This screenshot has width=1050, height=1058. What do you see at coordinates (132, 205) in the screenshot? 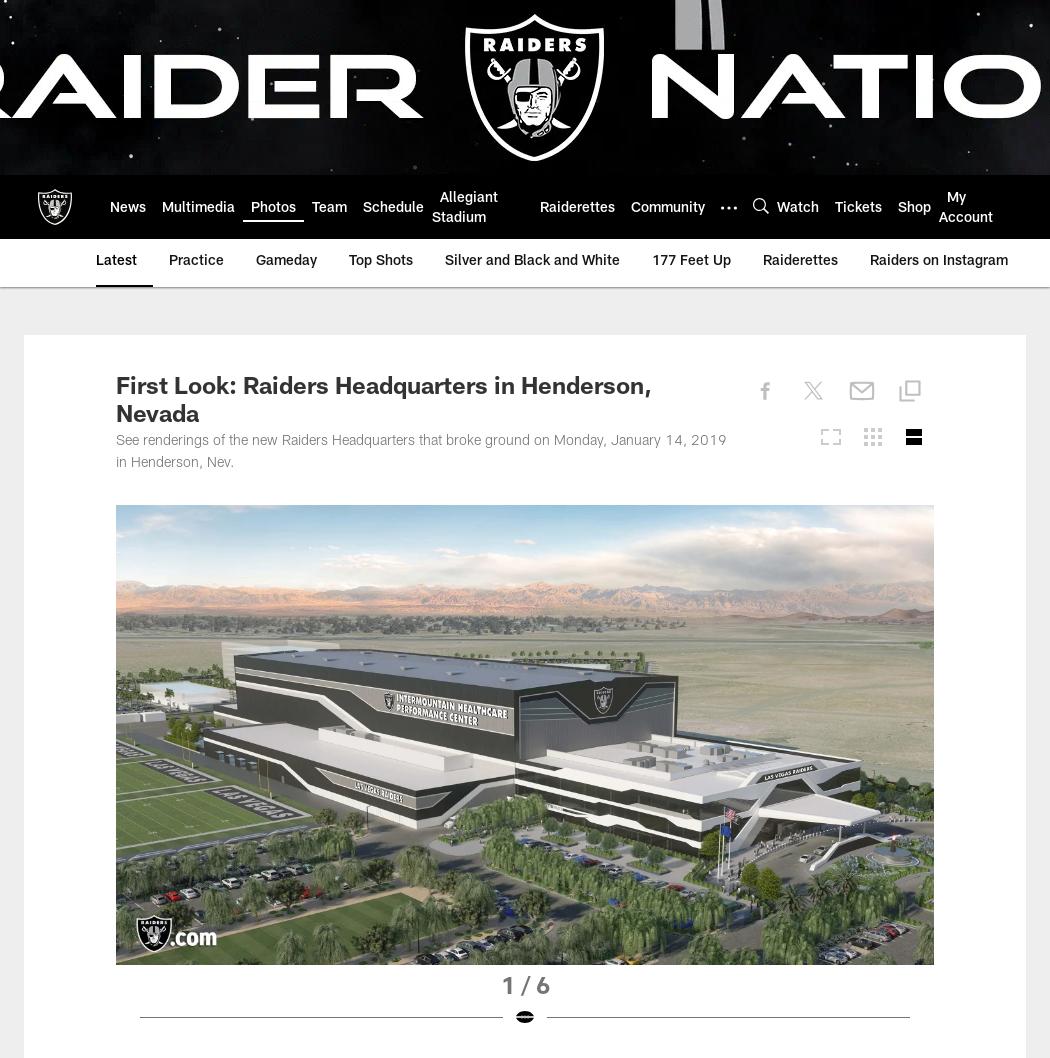
I see `'History'` at bounding box center [132, 205].